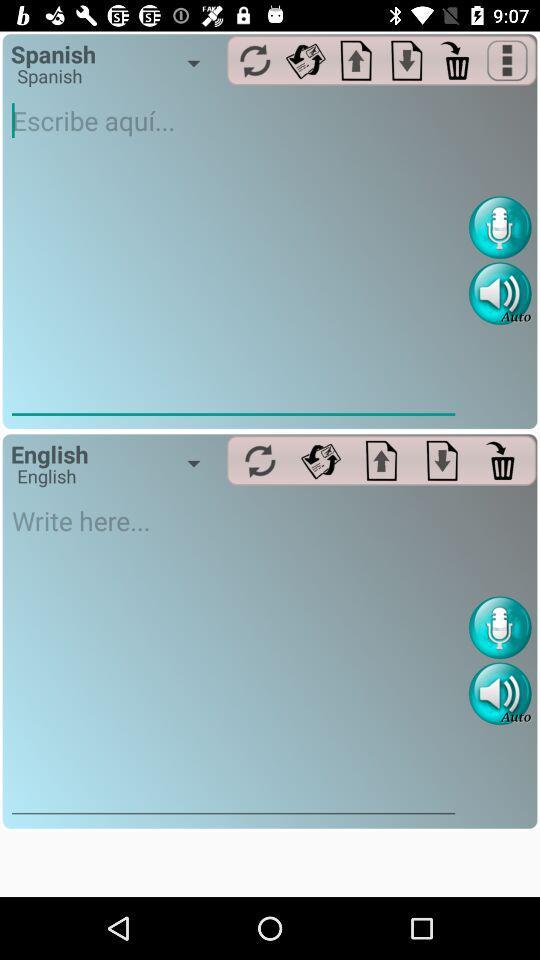 The width and height of the screenshot is (540, 960). I want to click on the arrow_downward icon, so click(406, 59).